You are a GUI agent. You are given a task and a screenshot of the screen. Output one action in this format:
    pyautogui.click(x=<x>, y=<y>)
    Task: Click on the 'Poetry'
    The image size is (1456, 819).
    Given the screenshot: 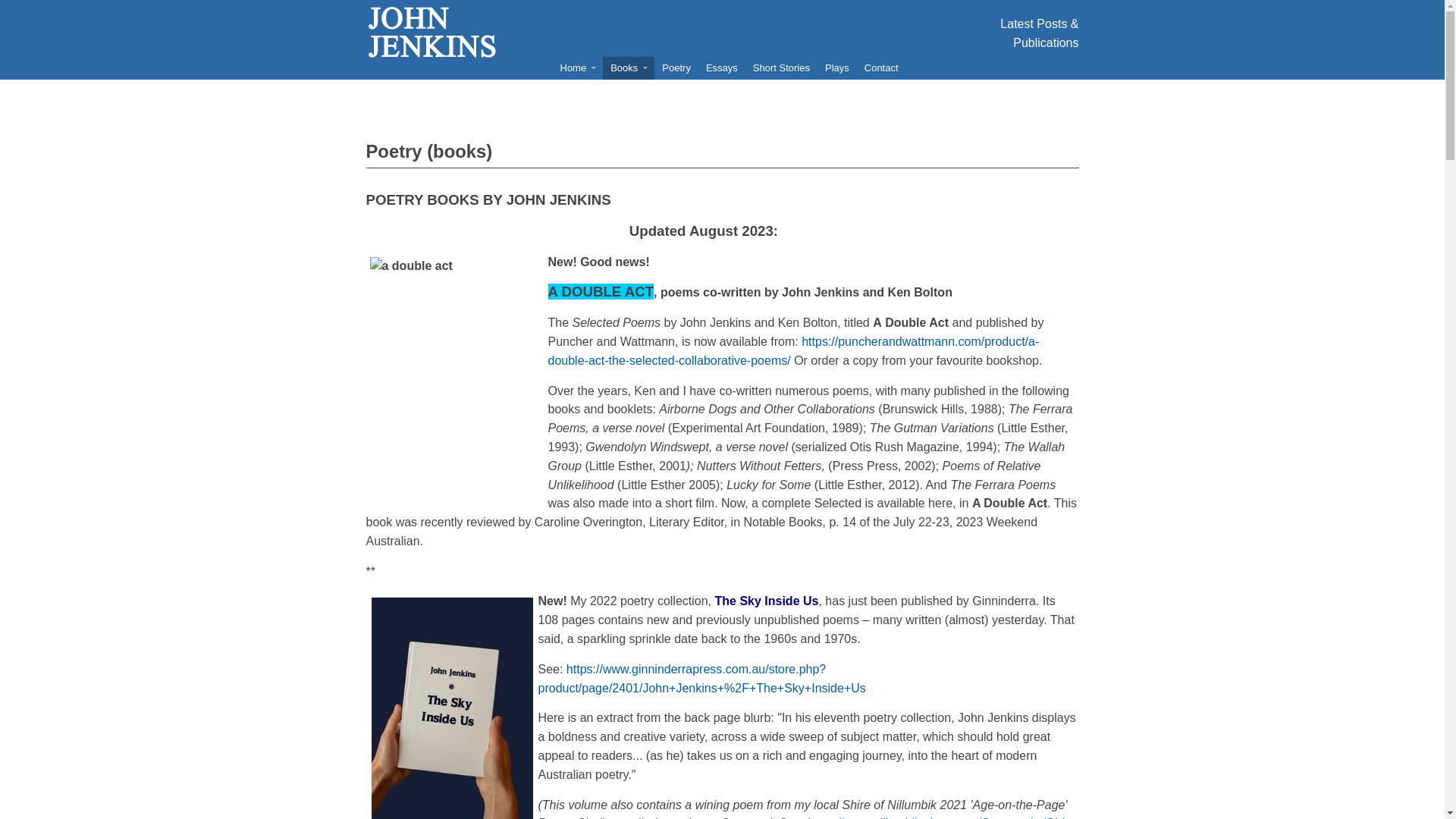 What is the action you would take?
    pyautogui.click(x=676, y=67)
    